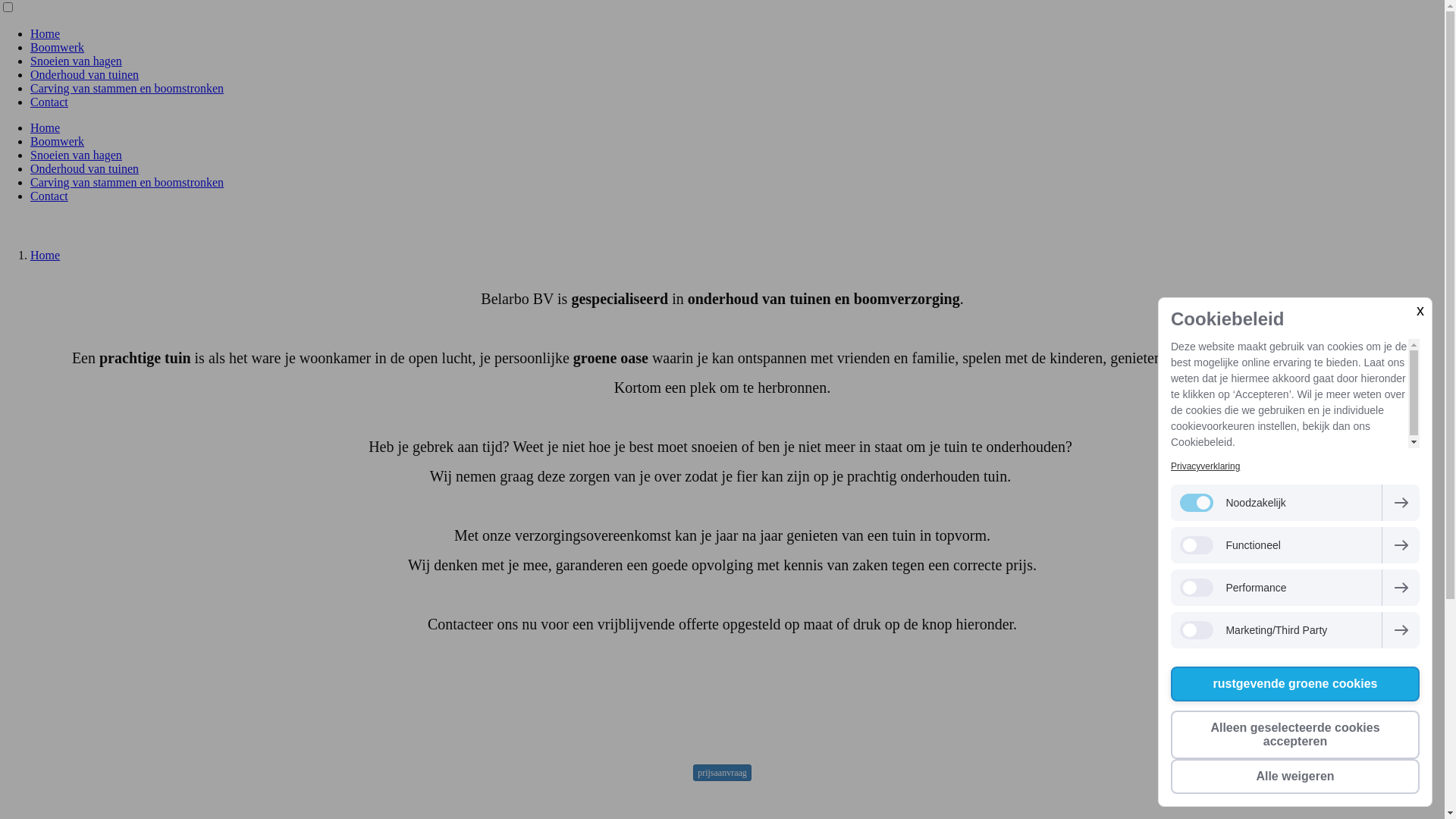 The image size is (1456, 819). Describe the element at coordinates (721, 772) in the screenshot. I see `'prijsaanvraag'` at that location.